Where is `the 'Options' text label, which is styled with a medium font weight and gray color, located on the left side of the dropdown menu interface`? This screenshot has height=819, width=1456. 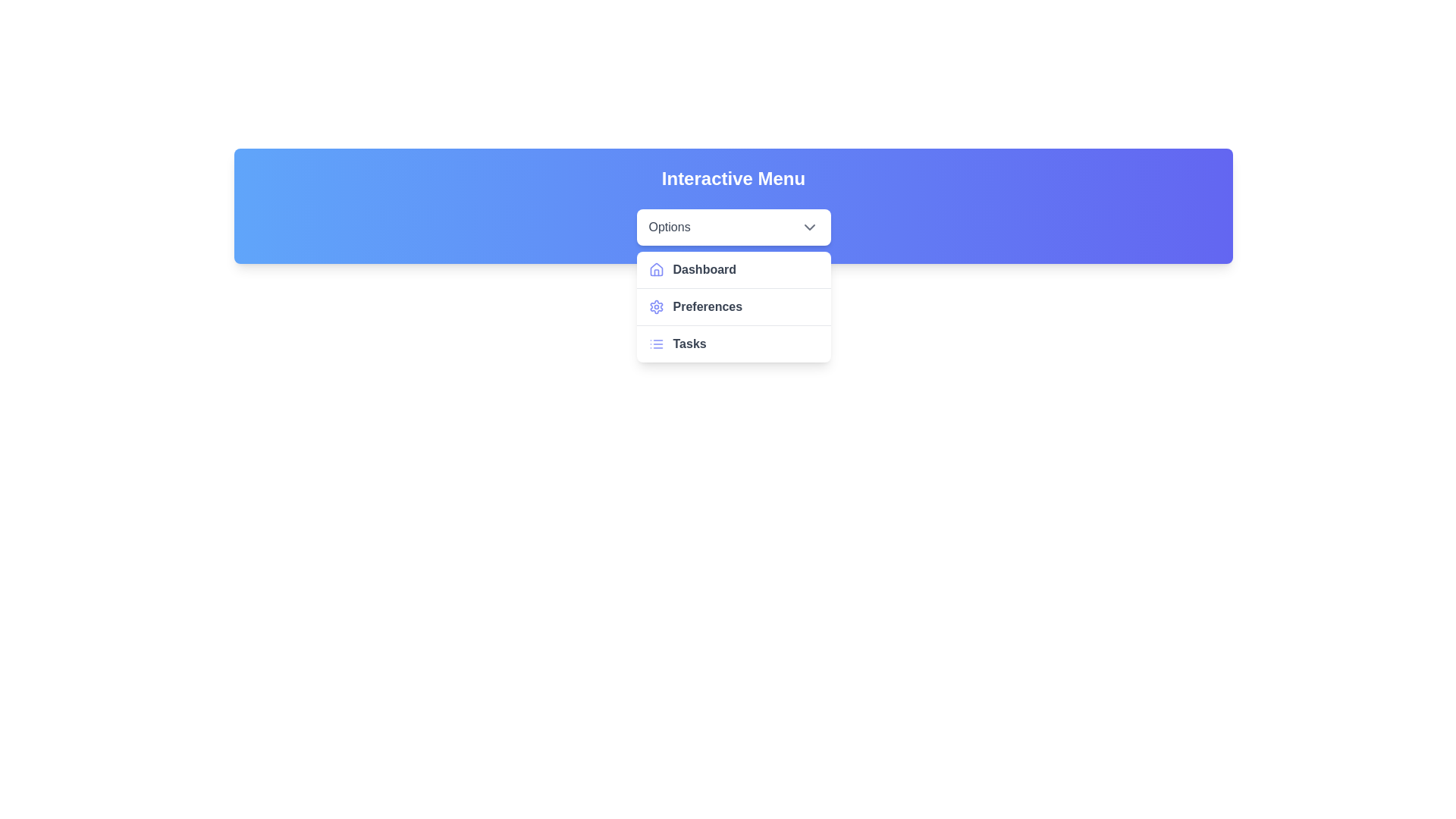
the 'Options' text label, which is styled with a medium font weight and gray color, located on the left side of the dropdown menu interface is located at coordinates (669, 227).